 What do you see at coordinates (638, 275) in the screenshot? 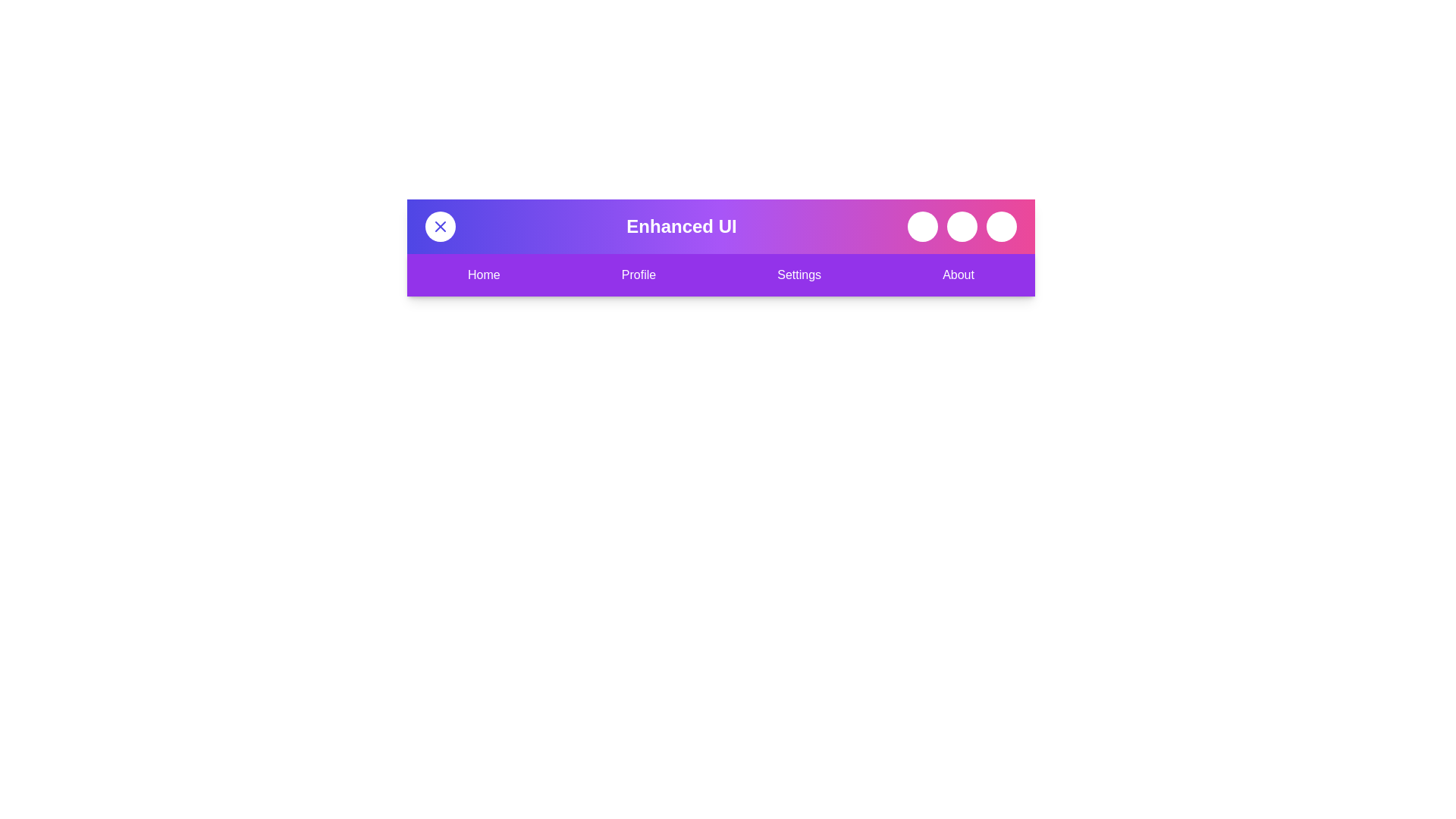
I see `the Profile button` at bounding box center [638, 275].